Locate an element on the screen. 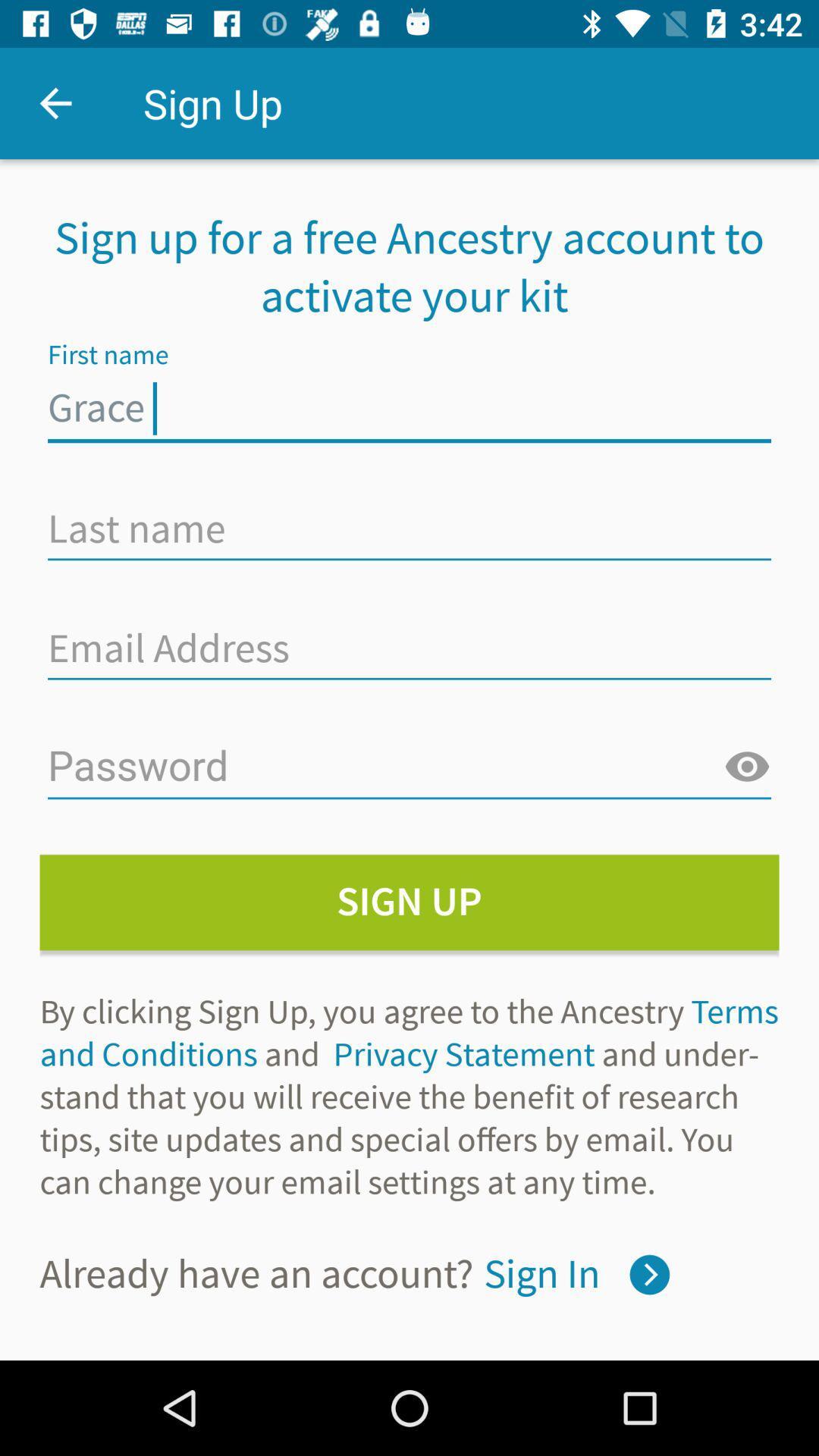 This screenshot has height=1456, width=819. go next is located at coordinates (648, 1274).